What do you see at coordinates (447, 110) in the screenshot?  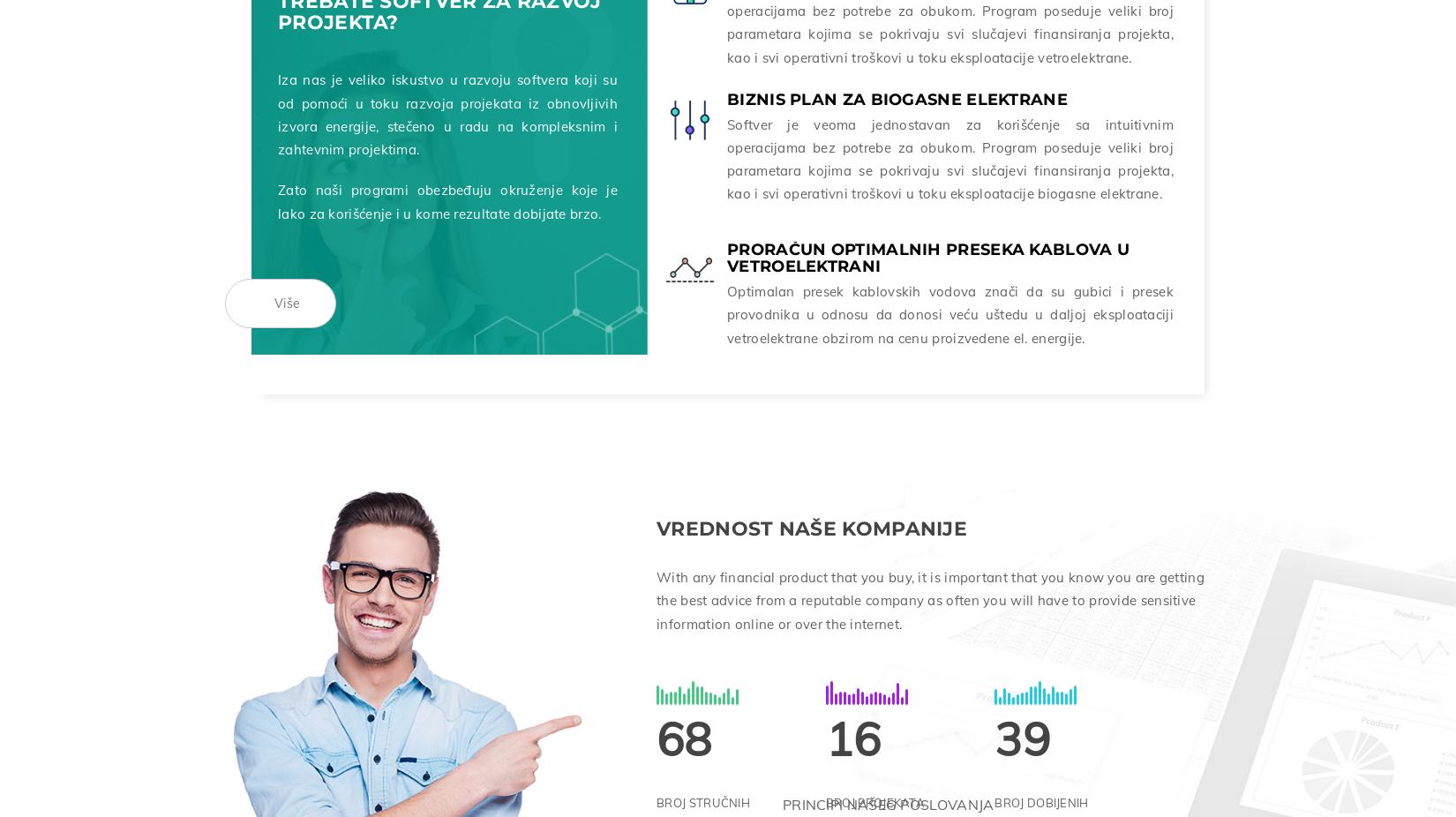 I see `'Iza nas je veliko iskustvo u razvoju softvera koji su od pomoći u toku razvoja projekata iz obnovljivih izvora energije, stečeno u radu na kompleksnim i zahtevnim projektima.'` at bounding box center [447, 110].